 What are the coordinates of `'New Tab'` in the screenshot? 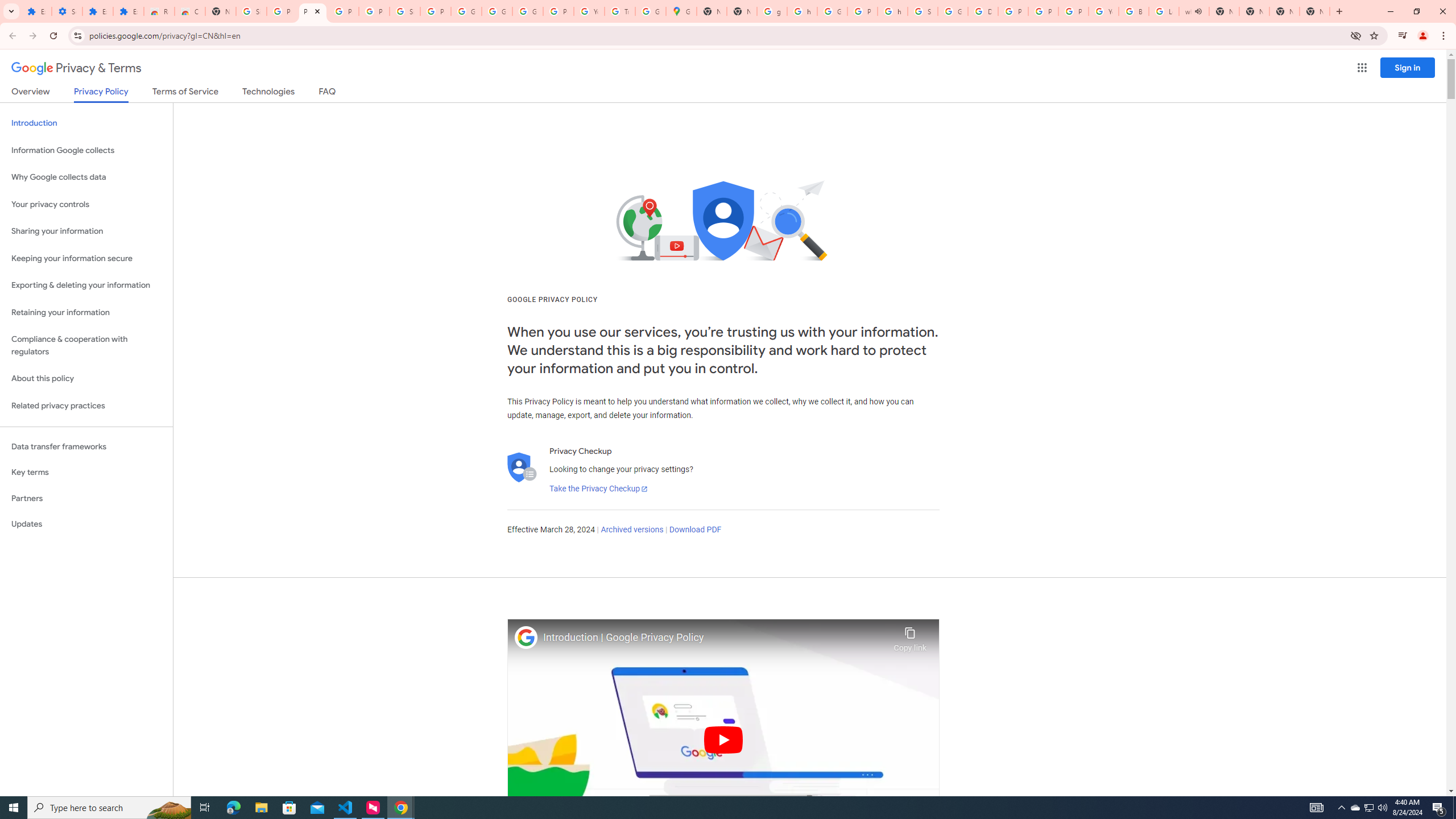 It's located at (1314, 11).